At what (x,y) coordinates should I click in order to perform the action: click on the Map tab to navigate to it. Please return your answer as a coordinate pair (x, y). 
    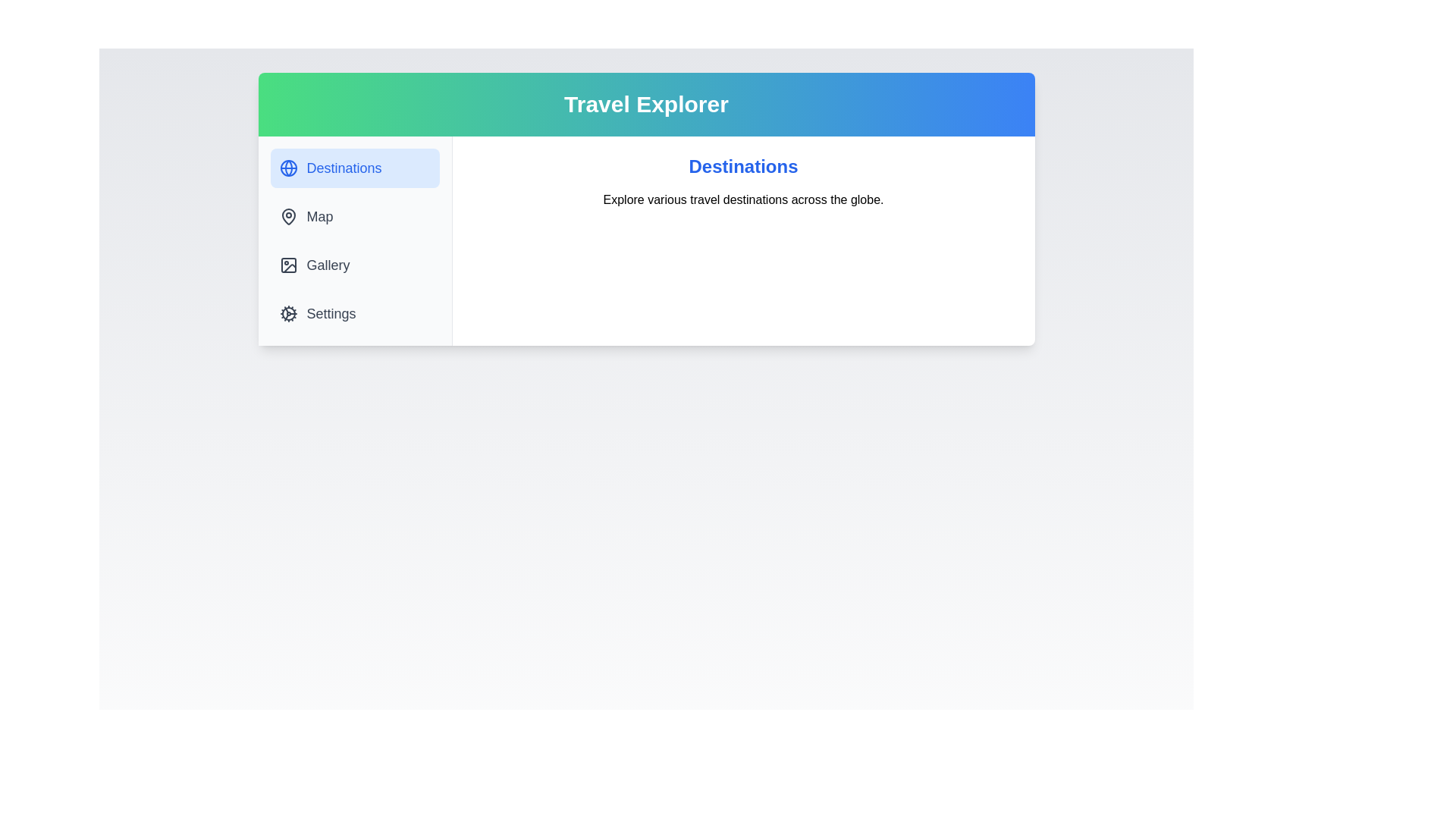
    Looking at the image, I should click on (353, 216).